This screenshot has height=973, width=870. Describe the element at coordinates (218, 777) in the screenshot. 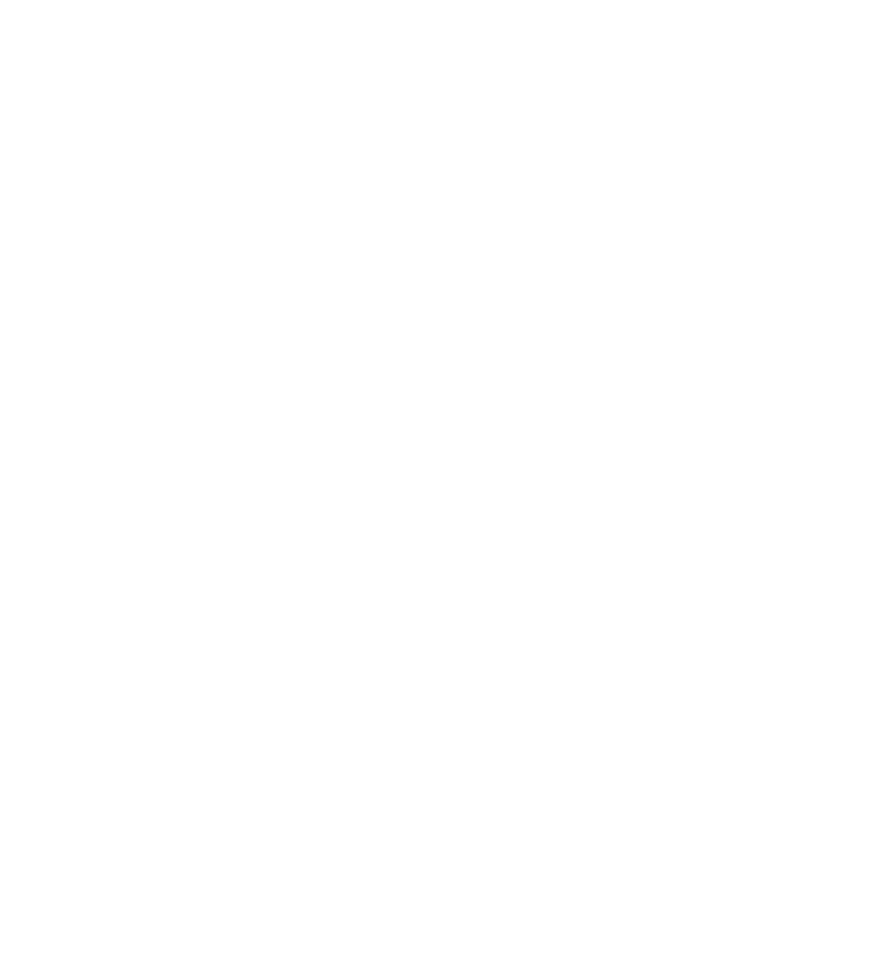

I see `'Microphones'` at that location.